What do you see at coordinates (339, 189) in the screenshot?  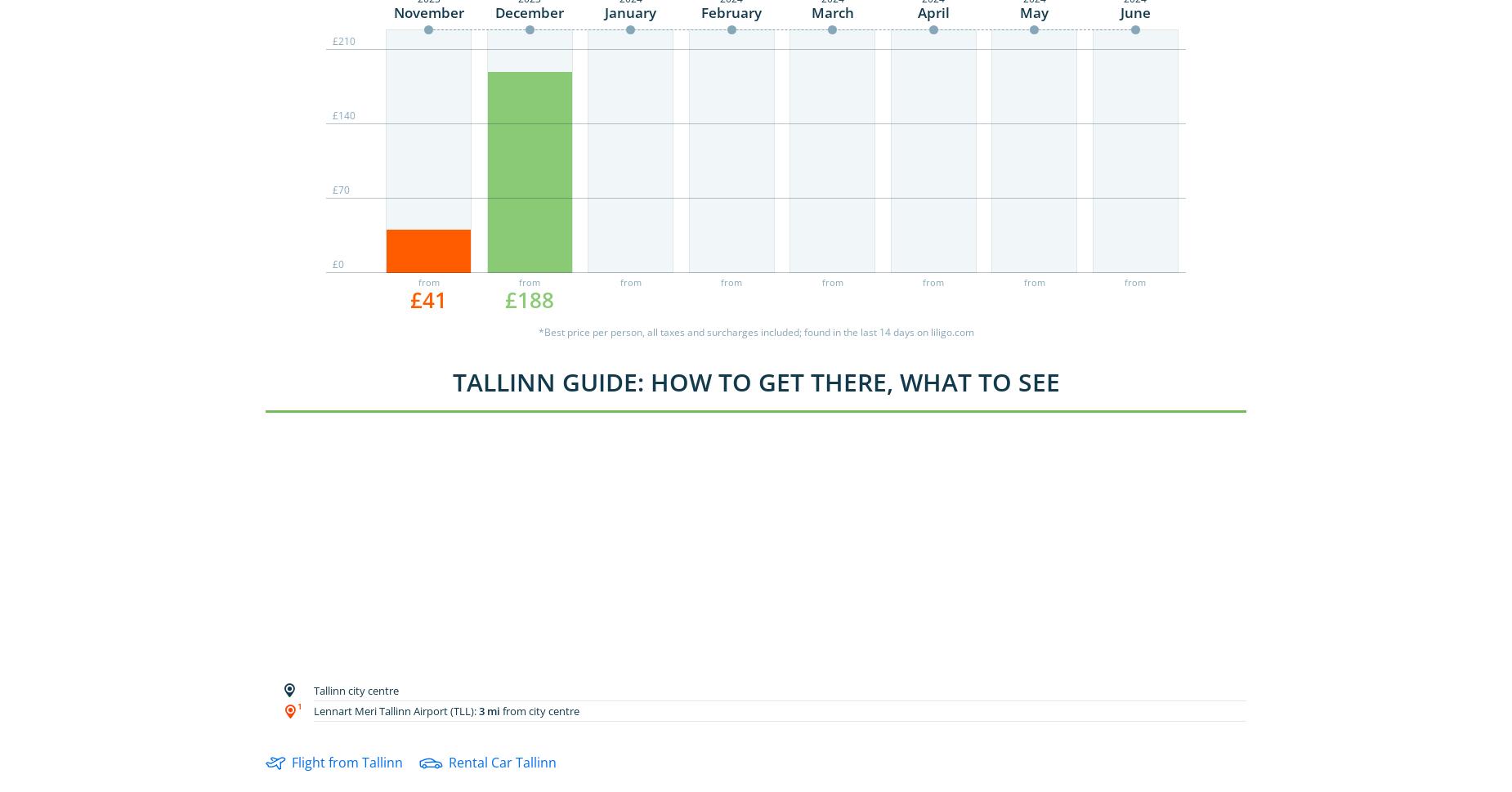 I see `'£70'` at bounding box center [339, 189].